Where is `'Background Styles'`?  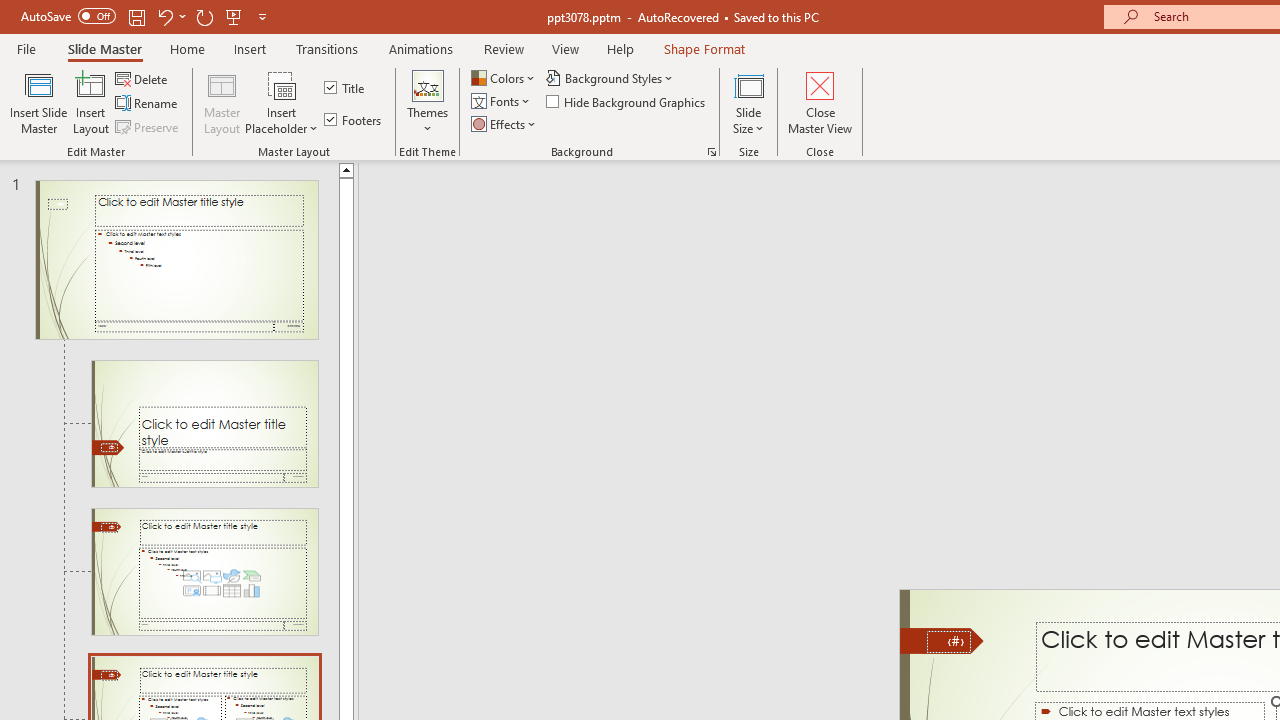
'Background Styles' is located at coordinates (610, 77).